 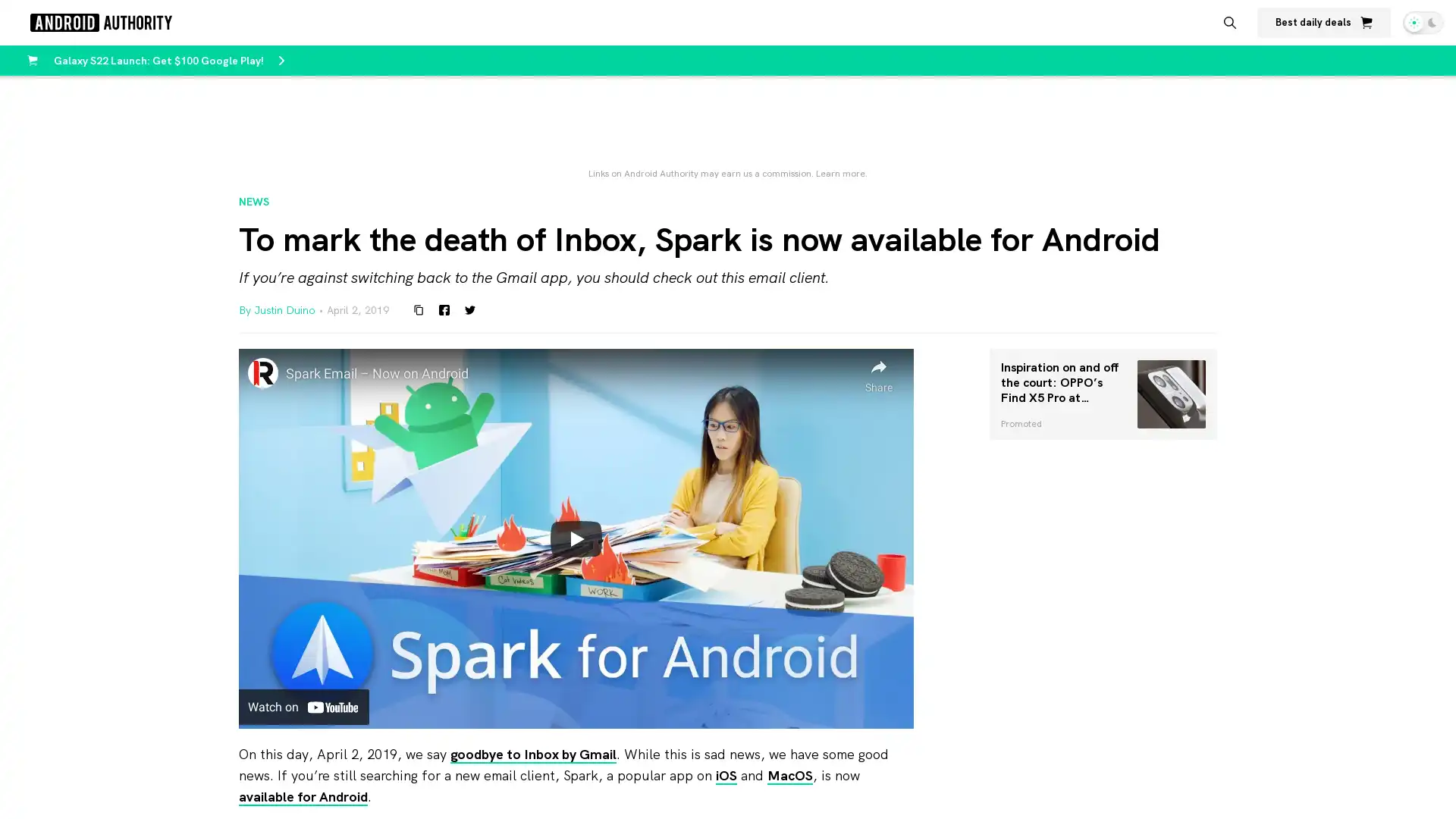 What do you see at coordinates (1230, 22) in the screenshot?
I see `Search` at bounding box center [1230, 22].